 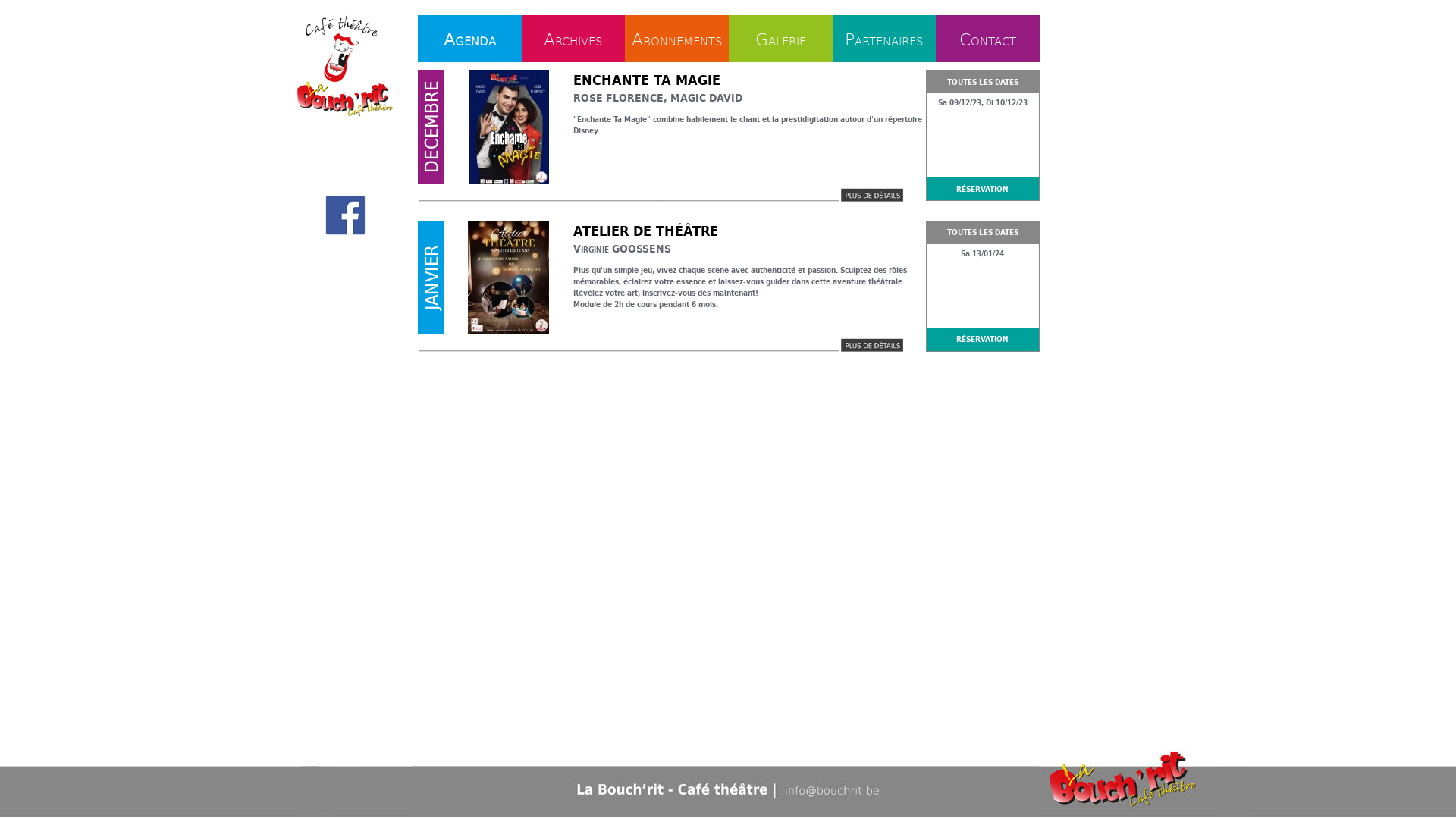 What do you see at coordinates (987, 37) in the screenshot?
I see `'Contact'` at bounding box center [987, 37].